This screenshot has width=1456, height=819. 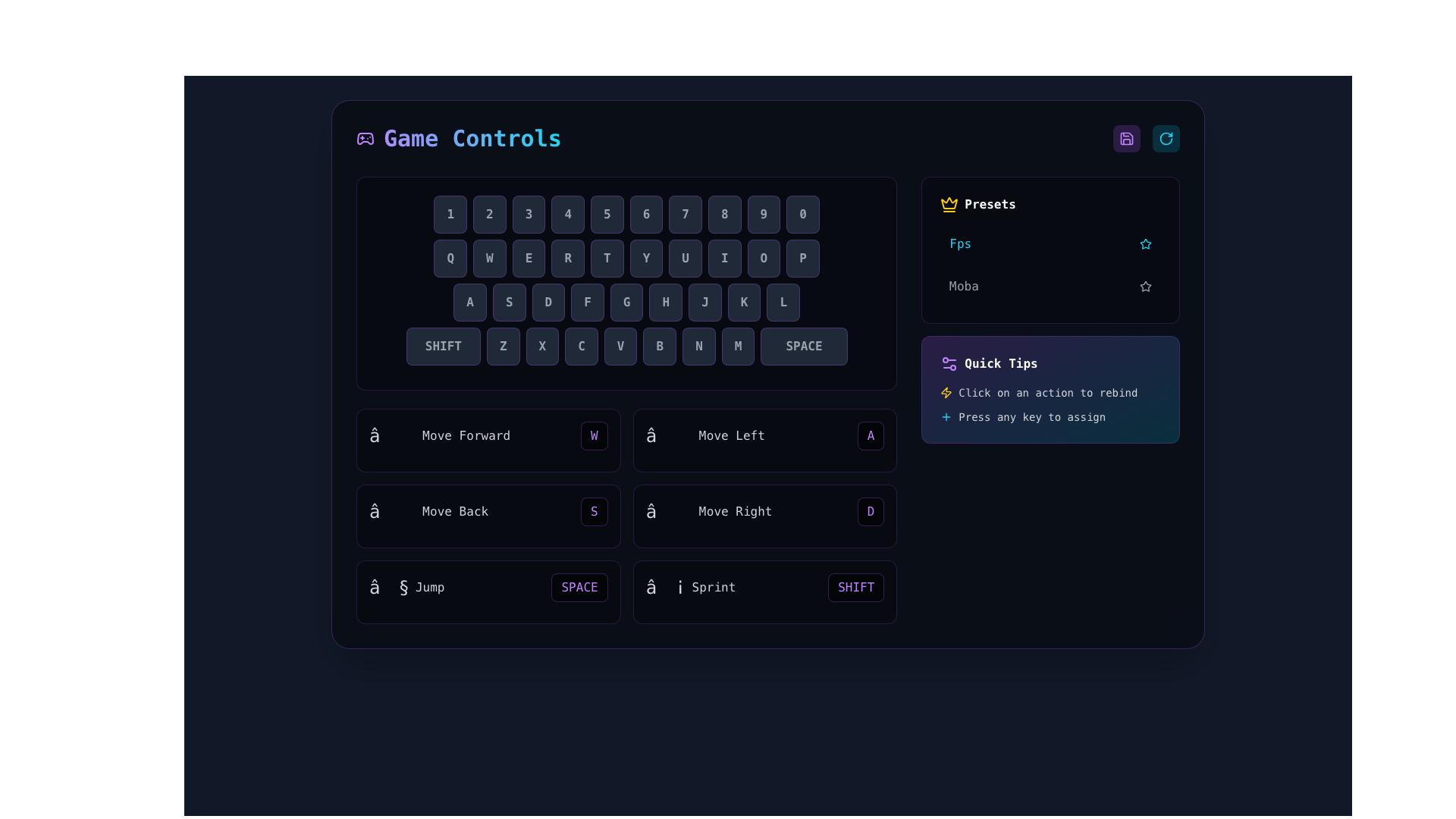 What do you see at coordinates (783, 302) in the screenshot?
I see `the button labeled 'L' located in the bottom-right corner of the grid layout resembling a keyboard` at bounding box center [783, 302].